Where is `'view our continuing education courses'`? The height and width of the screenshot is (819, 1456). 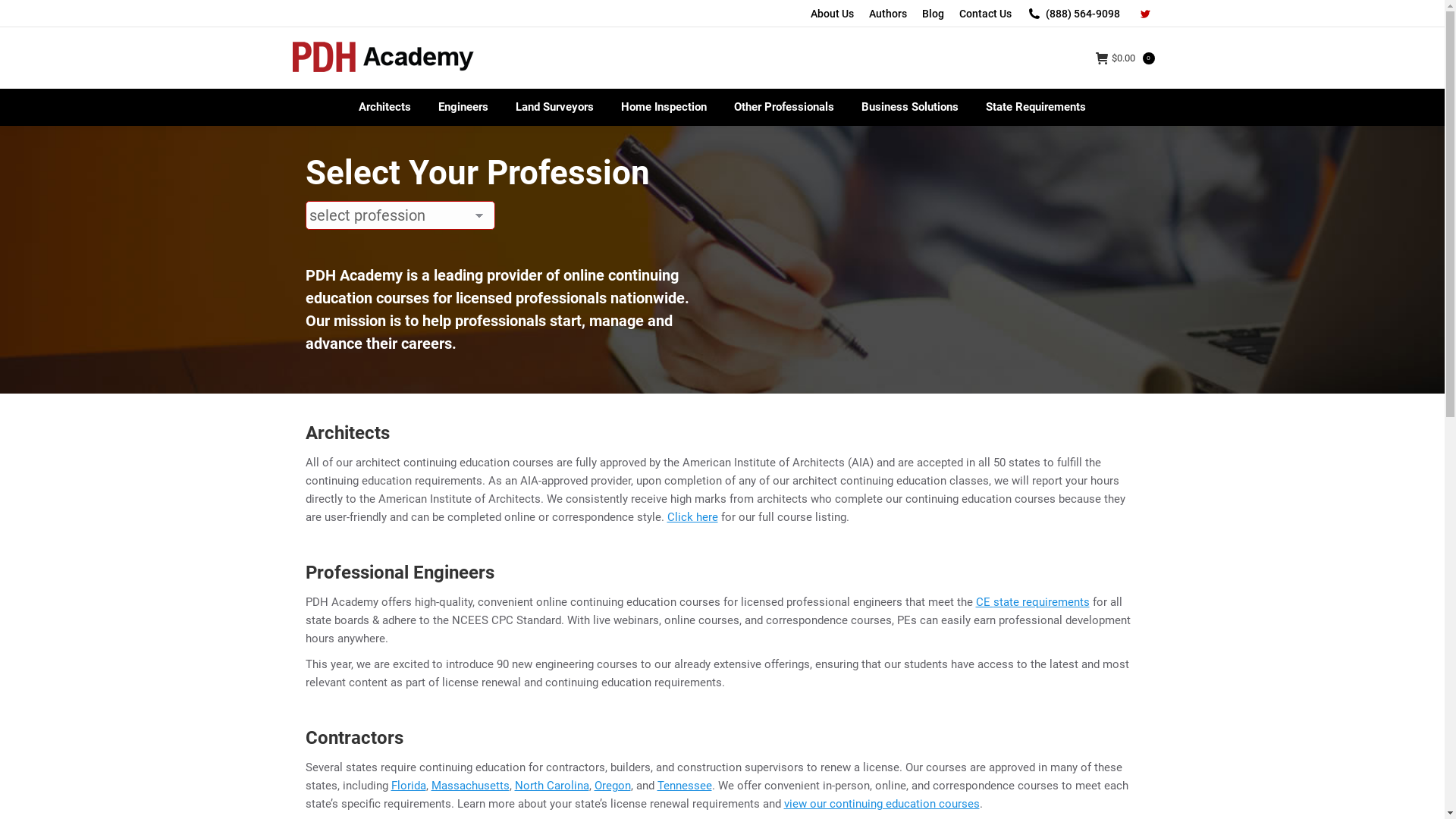
'view our continuing education courses' is located at coordinates (881, 803).